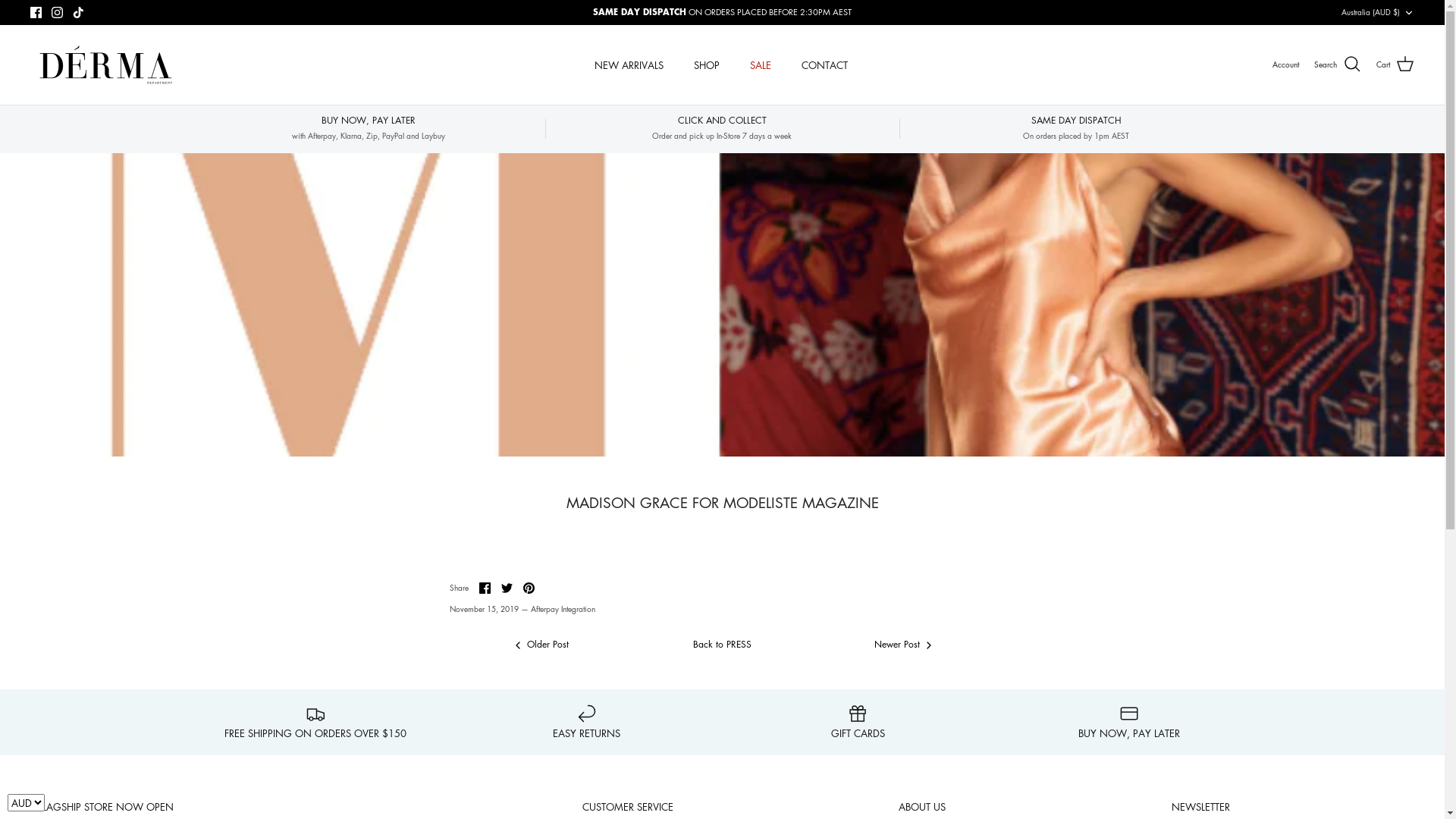  What do you see at coordinates (57, 12) in the screenshot?
I see `'Instagram'` at bounding box center [57, 12].